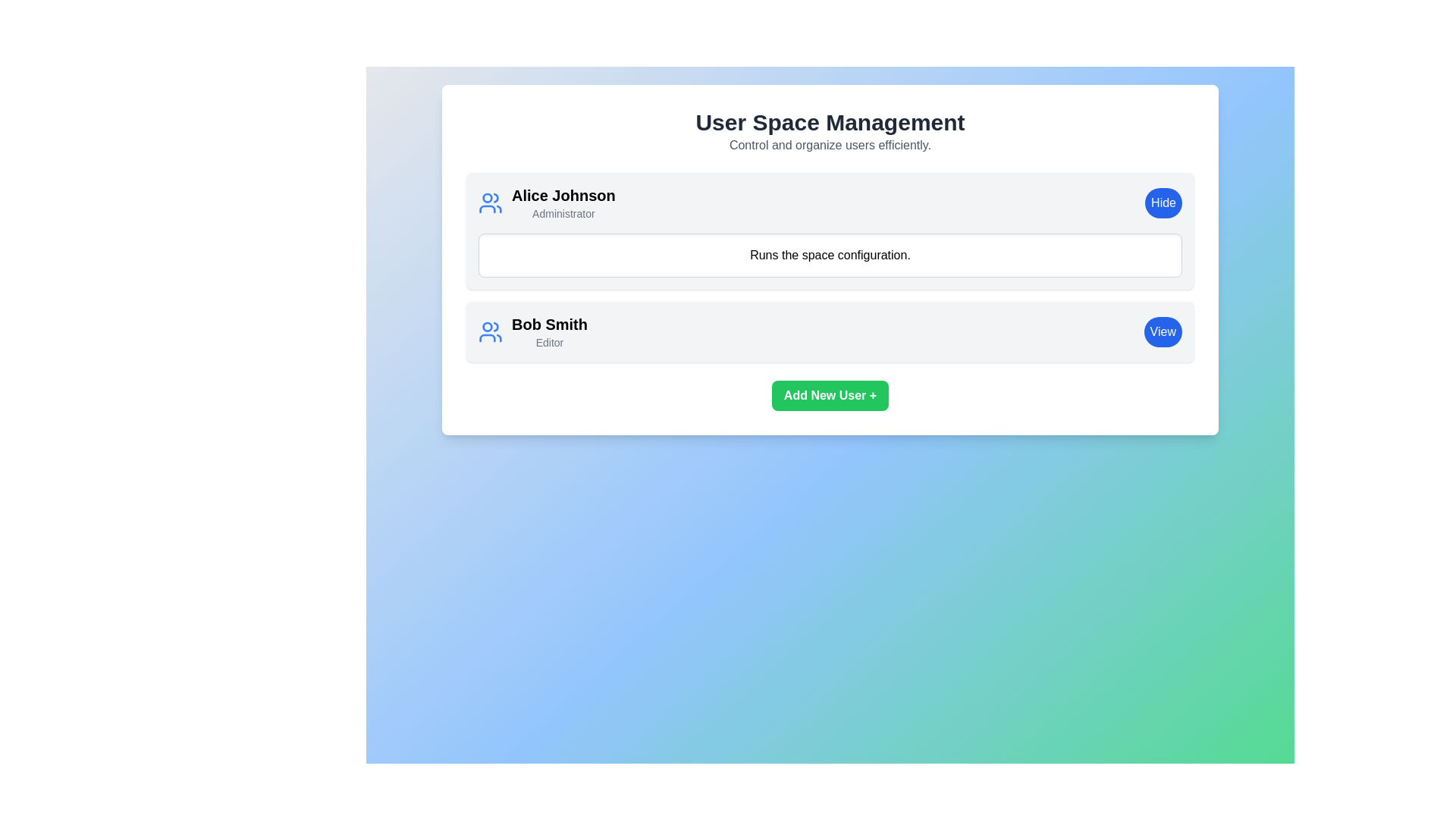 The width and height of the screenshot is (1456, 819). What do you see at coordinates (546, 202) in the screenshot?
I see `the User Profile Summary element displaying the name 'Alice Johnson' and role 'Administrator', which is located in the top section of the user list` at bounding box center [546, 202].